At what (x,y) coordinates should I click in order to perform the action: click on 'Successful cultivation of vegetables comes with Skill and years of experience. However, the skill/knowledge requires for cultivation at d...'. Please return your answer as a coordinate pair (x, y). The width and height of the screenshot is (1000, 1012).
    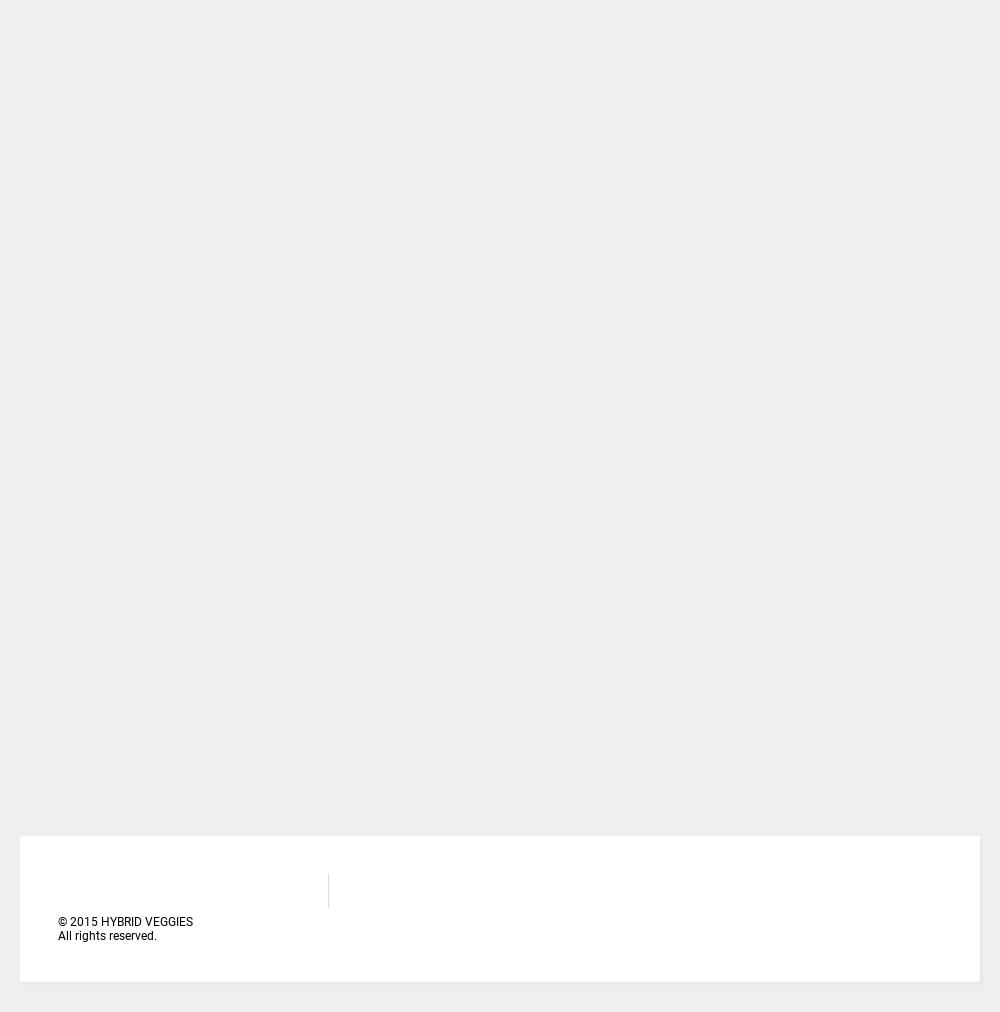
    Looking at the image, I should click on (444, 253).